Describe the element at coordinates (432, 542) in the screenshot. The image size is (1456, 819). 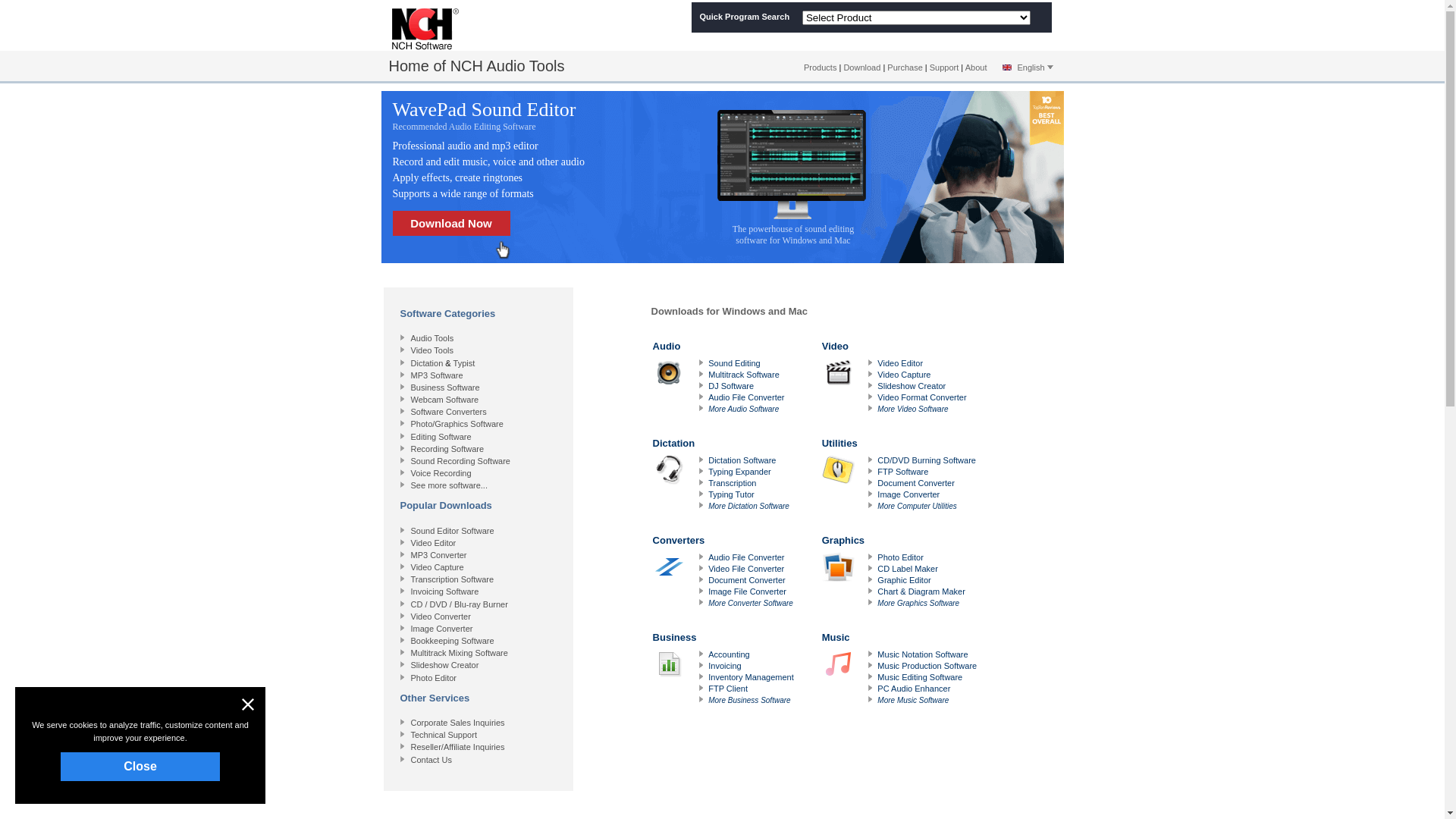
I see `'Video Editor'` at that location.